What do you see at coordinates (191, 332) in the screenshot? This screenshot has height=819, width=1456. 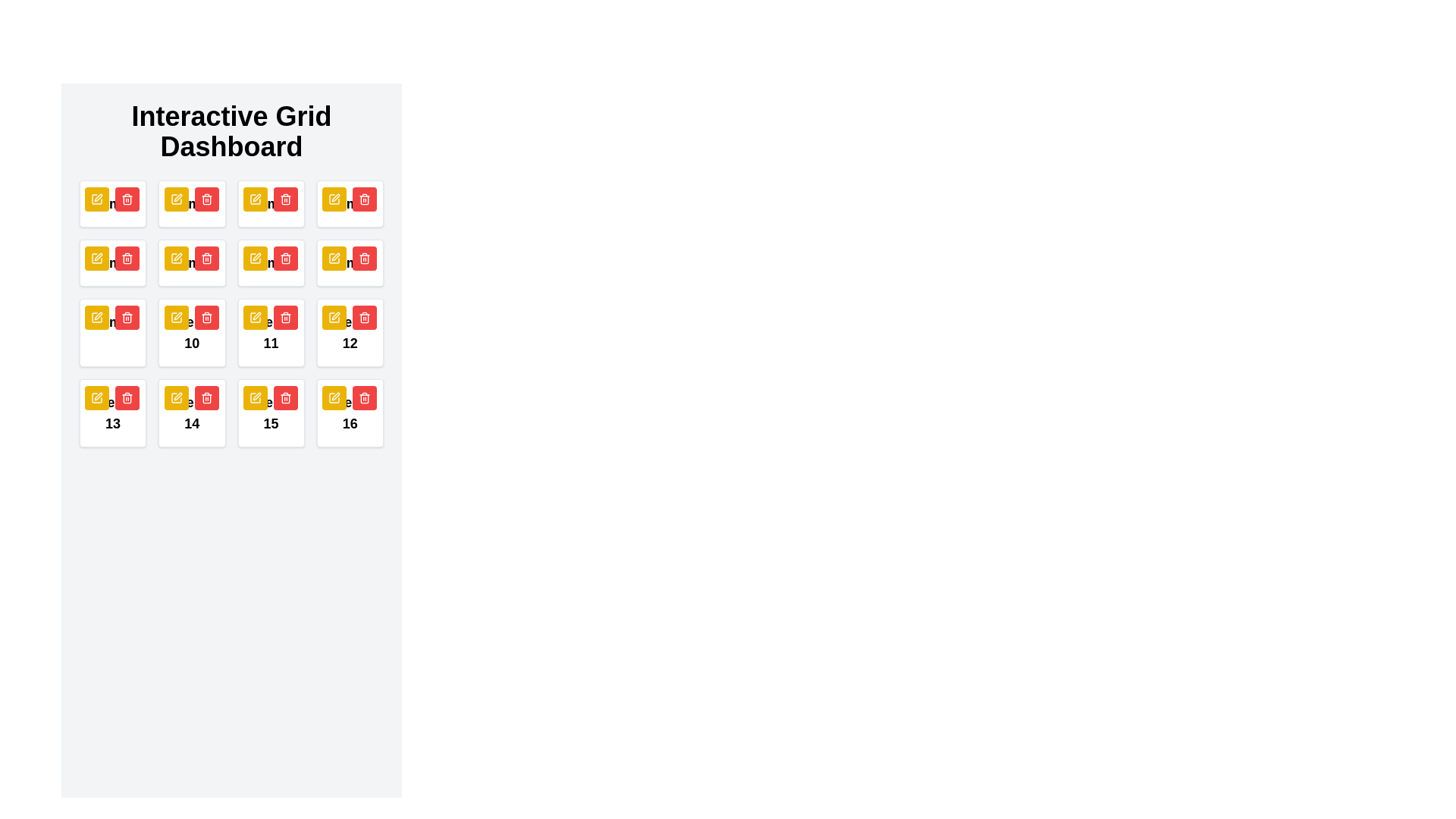 I see `the text label displaying 'Item 10' which is bold and centered within a white, rounded rectangle` at bounding box center [191, 332].